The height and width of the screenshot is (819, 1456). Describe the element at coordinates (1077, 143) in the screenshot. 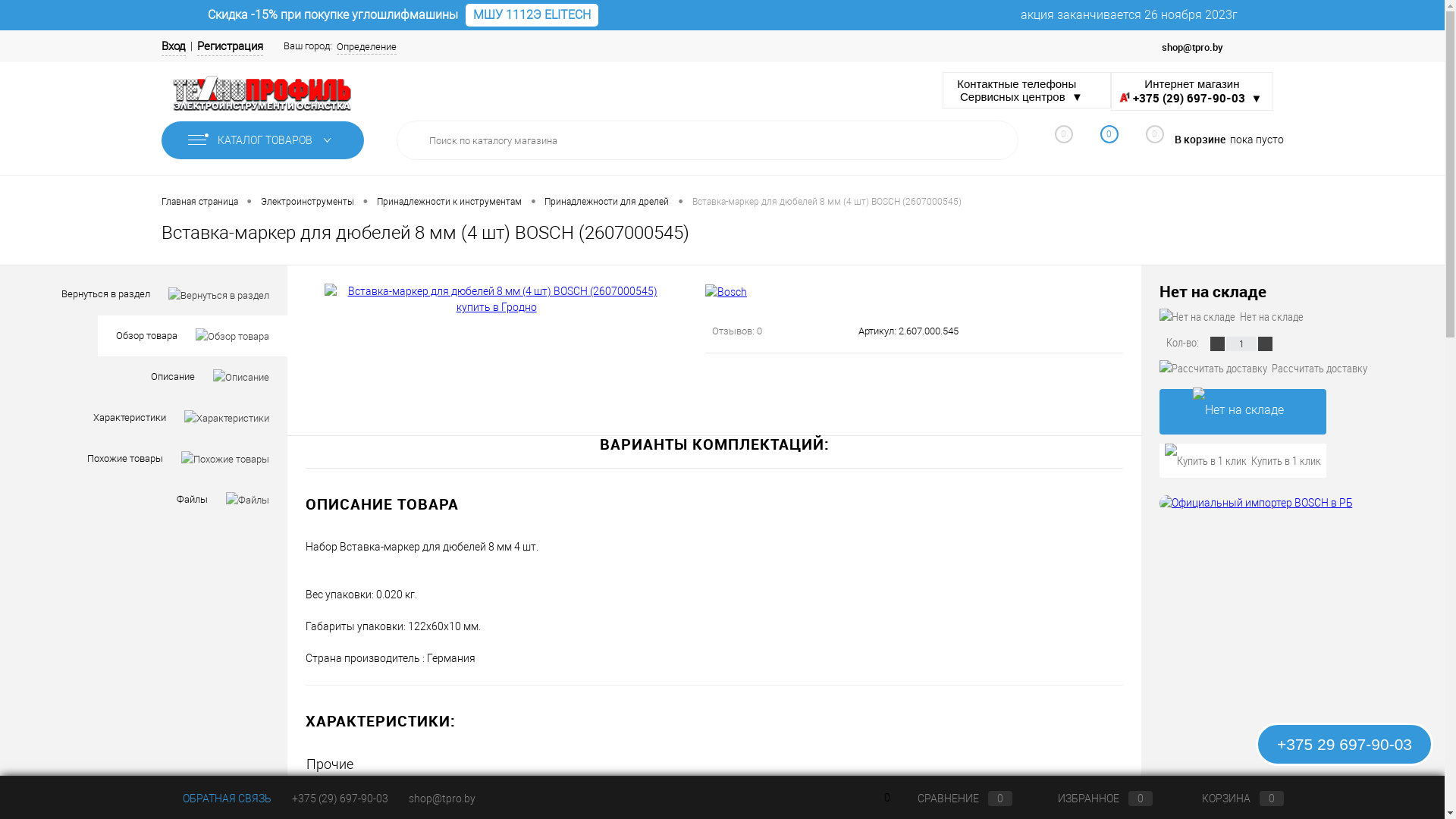

I see `'0'` at that location.